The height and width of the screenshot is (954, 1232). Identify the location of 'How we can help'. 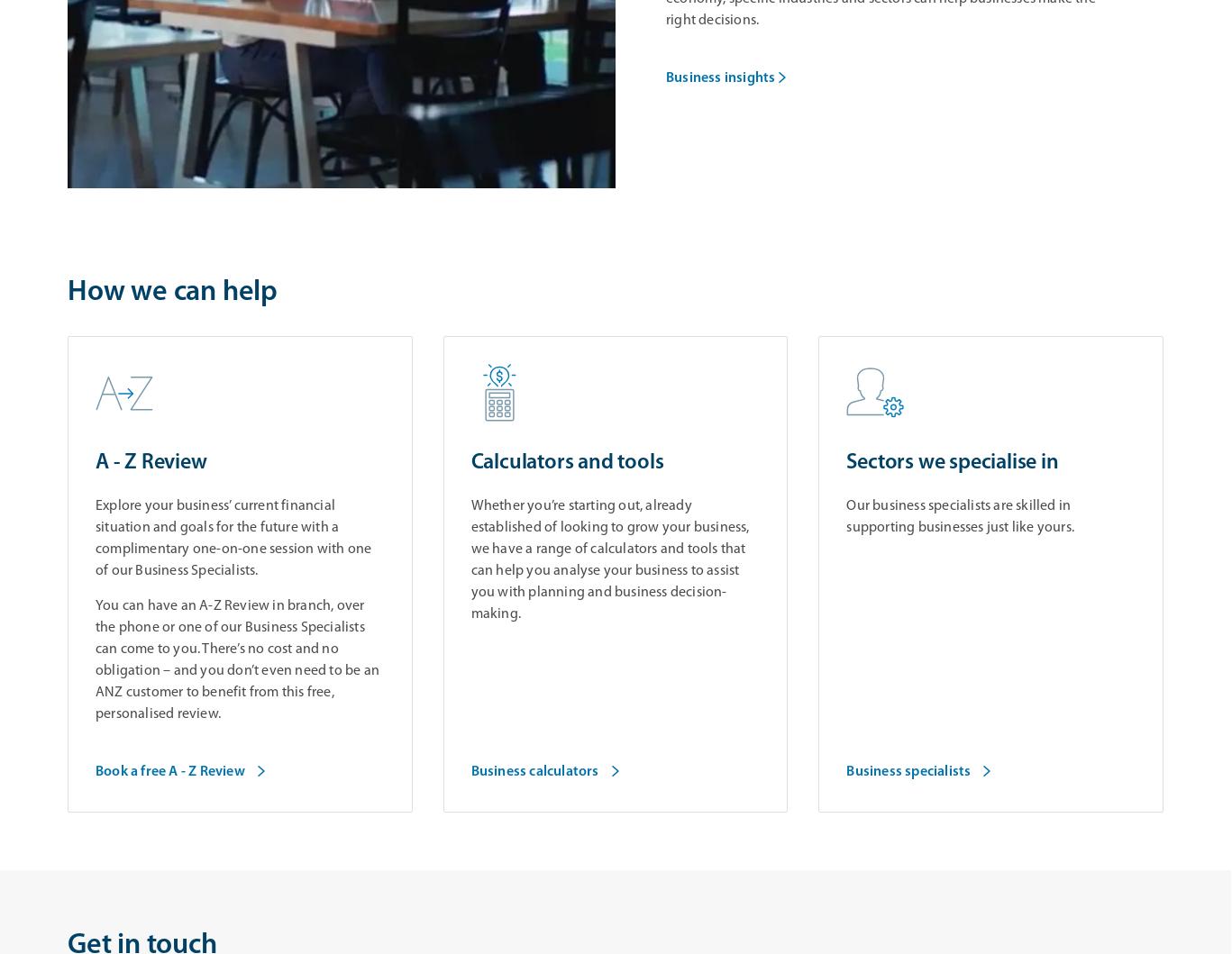
(171, 292).